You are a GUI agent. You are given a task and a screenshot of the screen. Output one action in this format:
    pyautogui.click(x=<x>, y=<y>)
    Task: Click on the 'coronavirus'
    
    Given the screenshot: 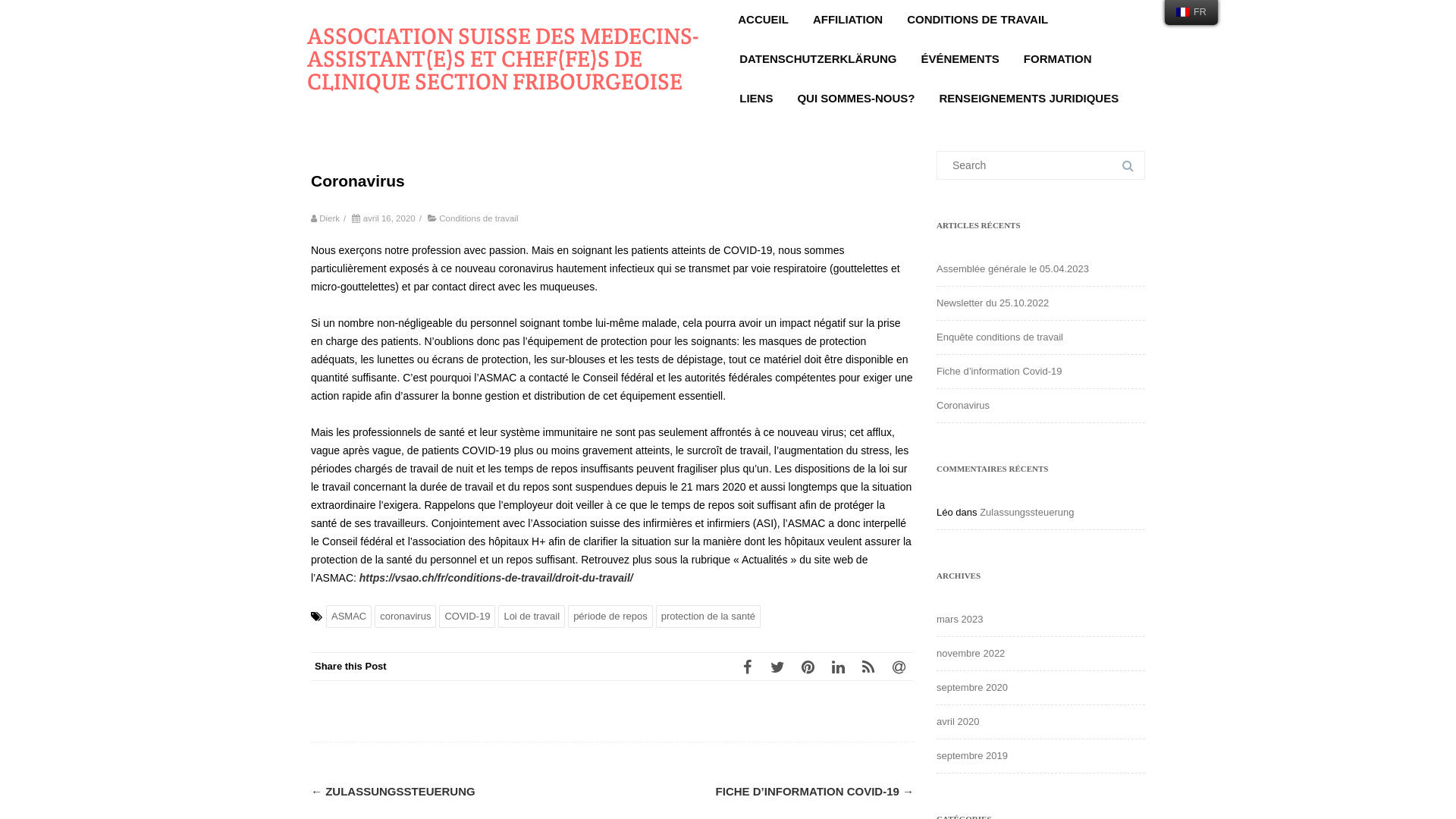 What is the action you would take?
    pyautogui.click(x=405, y=617)
    